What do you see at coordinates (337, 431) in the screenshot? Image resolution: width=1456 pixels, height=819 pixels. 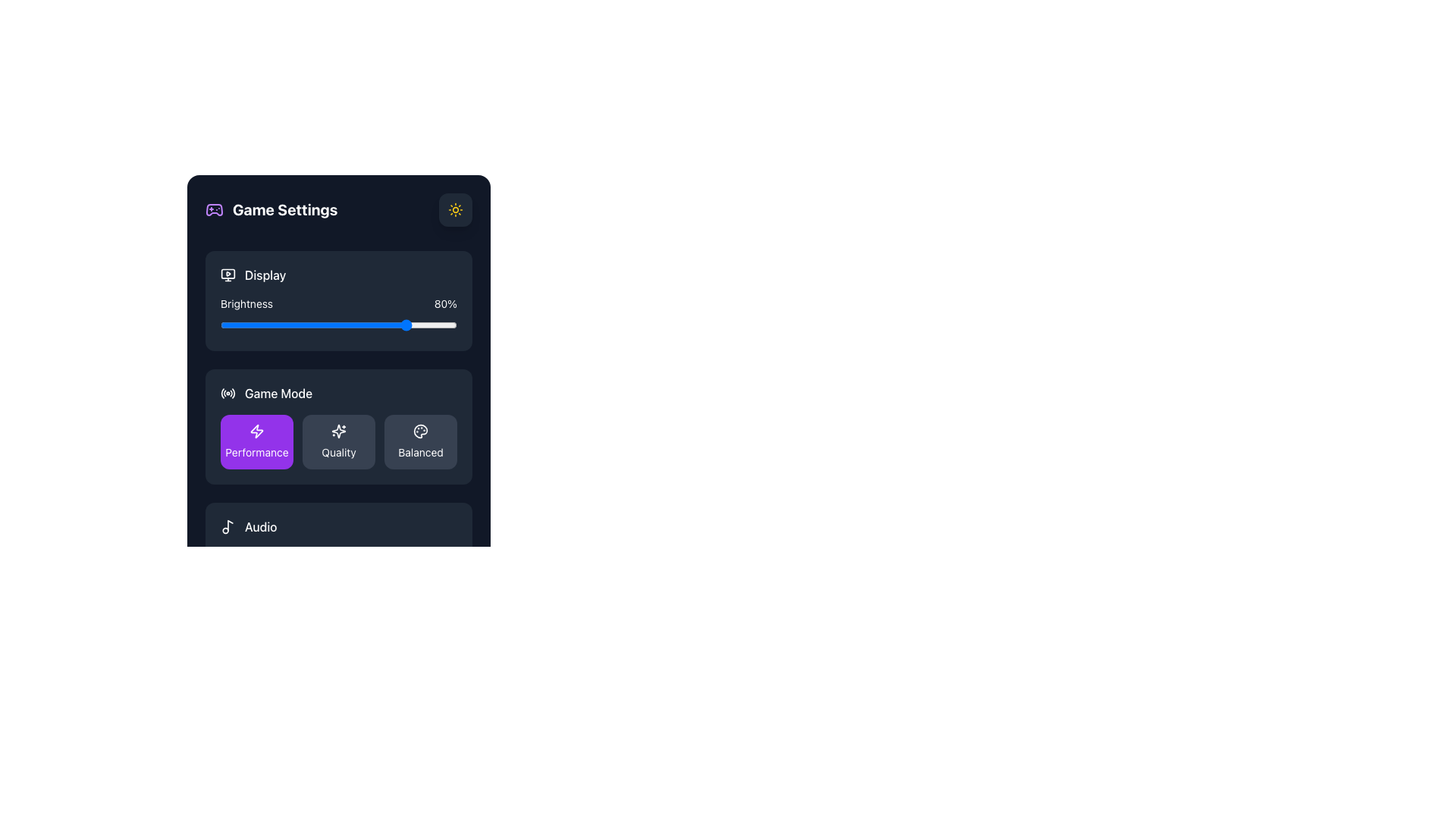 I see `the 'Quality' icon in the 'Game Mode' section, which symbolizes excellence and is positioned above the 'Quality' text` at bounding box center [337, 431].